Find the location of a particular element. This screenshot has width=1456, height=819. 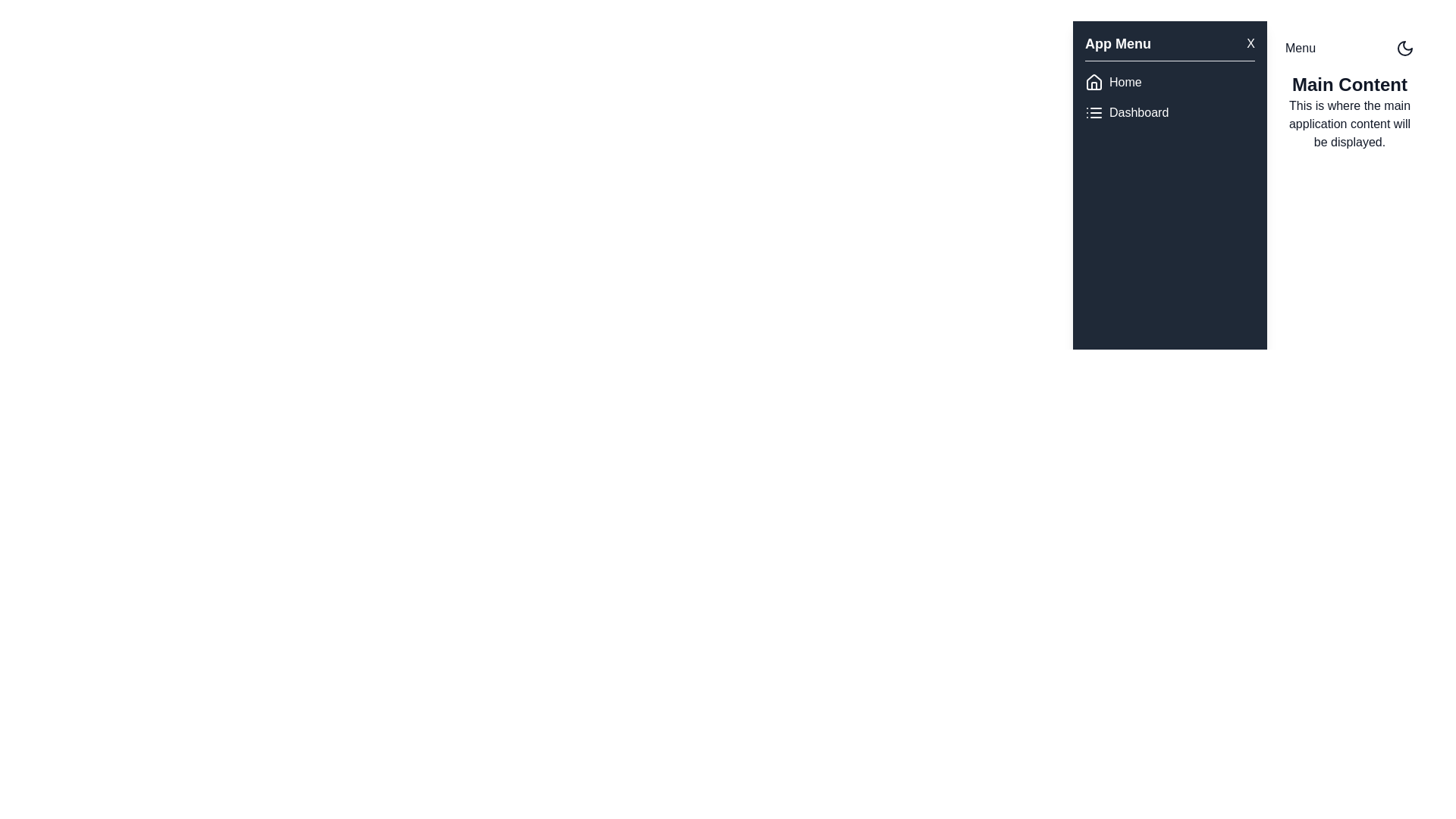

the bulleted list icon located in the left-hand navigation menu next to the 'Dashboard' label is located at coordinates (1094, 112).